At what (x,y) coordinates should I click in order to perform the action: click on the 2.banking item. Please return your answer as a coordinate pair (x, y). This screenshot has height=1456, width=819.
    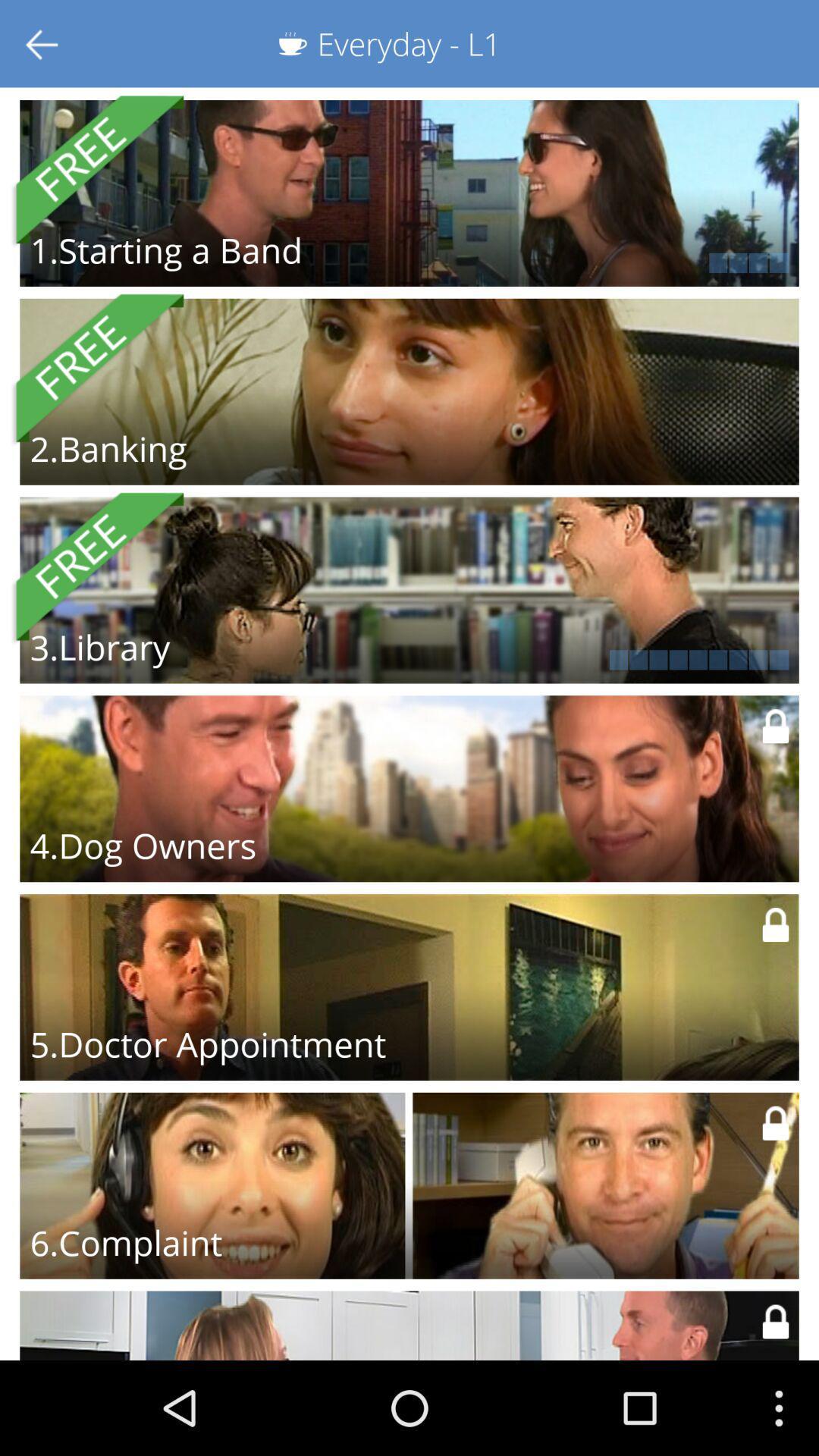
    Looking at the image, I should click on (108, 447).